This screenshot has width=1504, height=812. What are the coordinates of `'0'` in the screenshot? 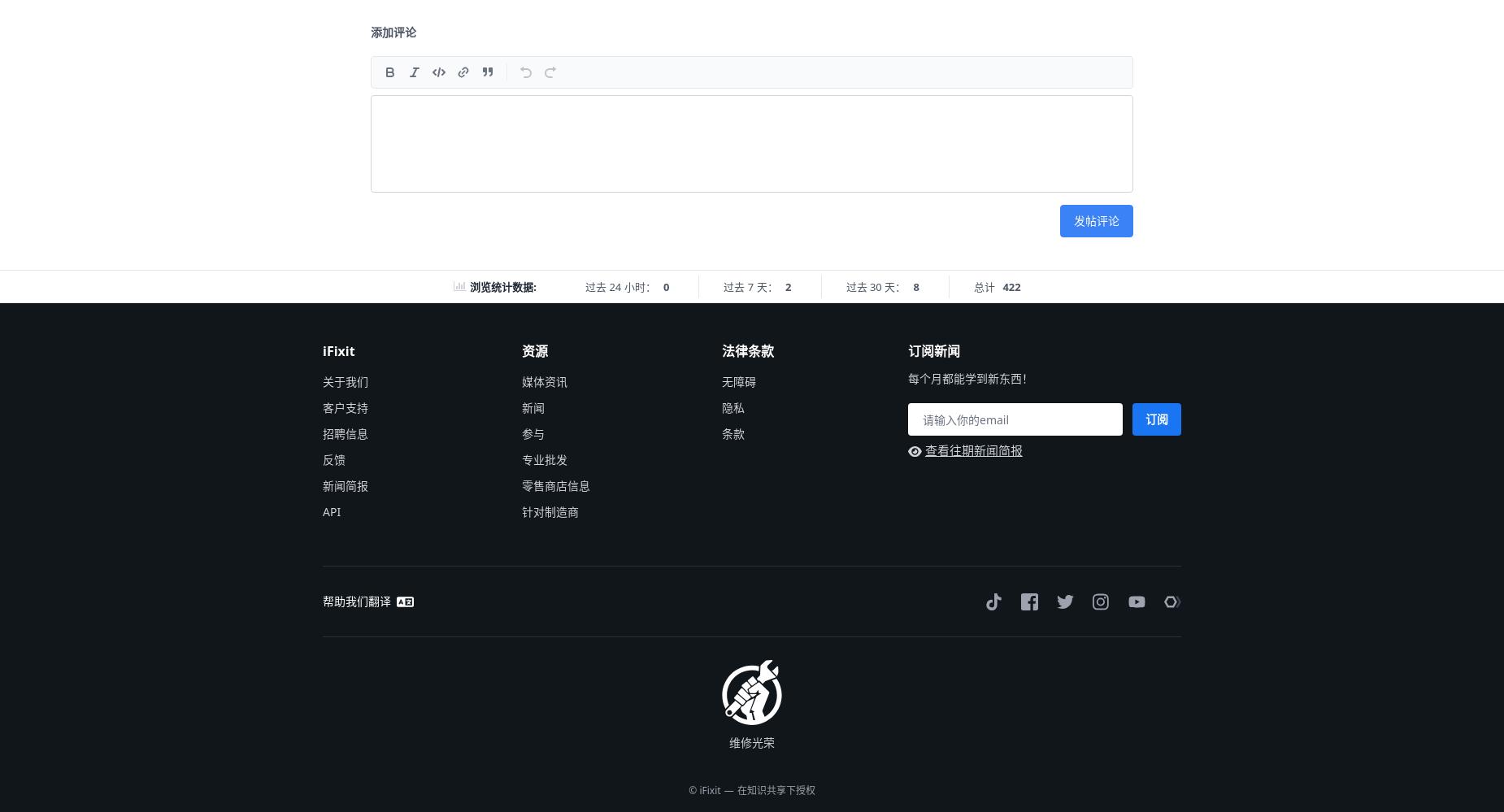 It's located at (666, 286).